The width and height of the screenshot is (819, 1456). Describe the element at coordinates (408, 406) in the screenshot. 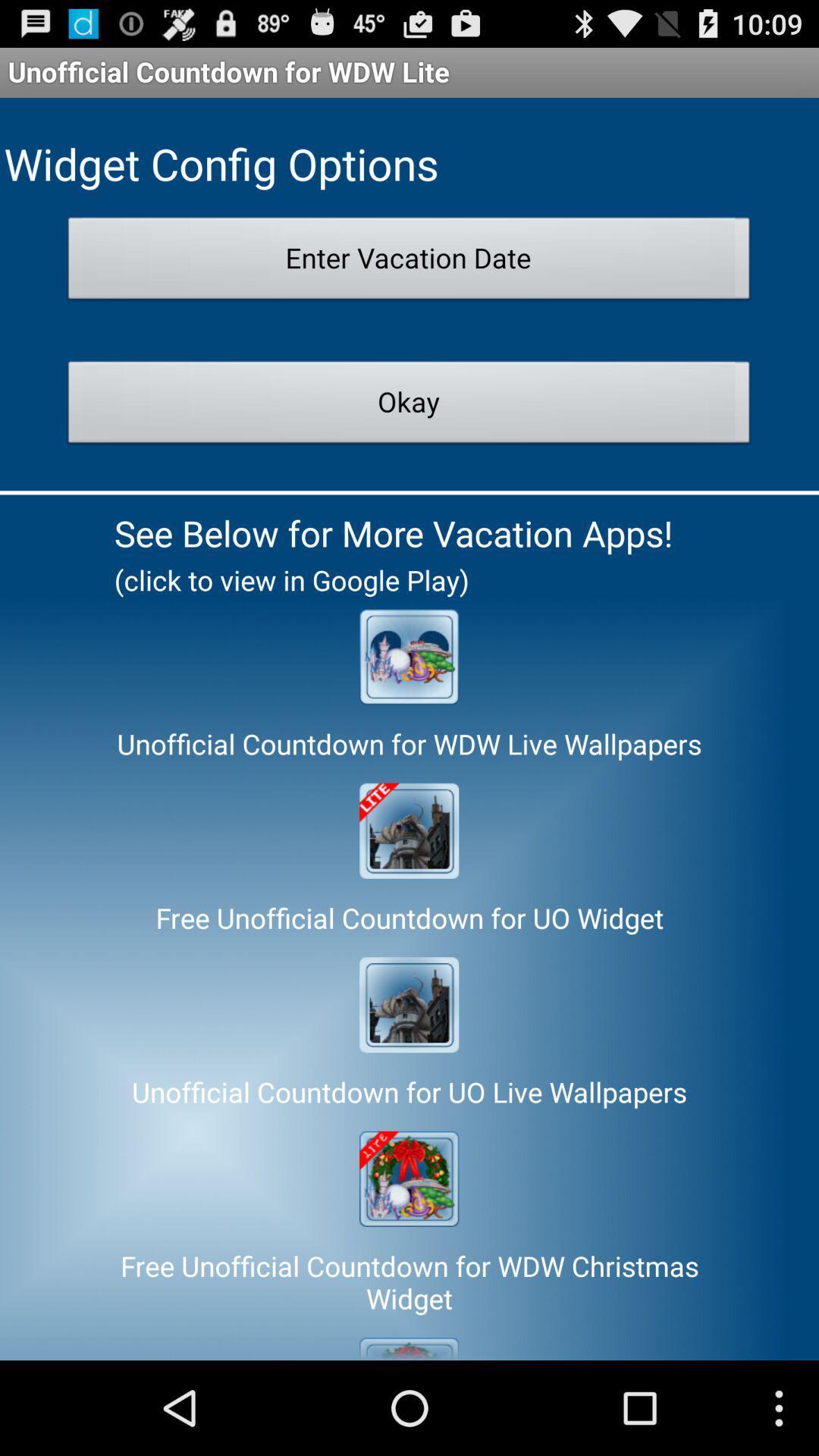

I see `the icon below the enter vacation date button` at that location.